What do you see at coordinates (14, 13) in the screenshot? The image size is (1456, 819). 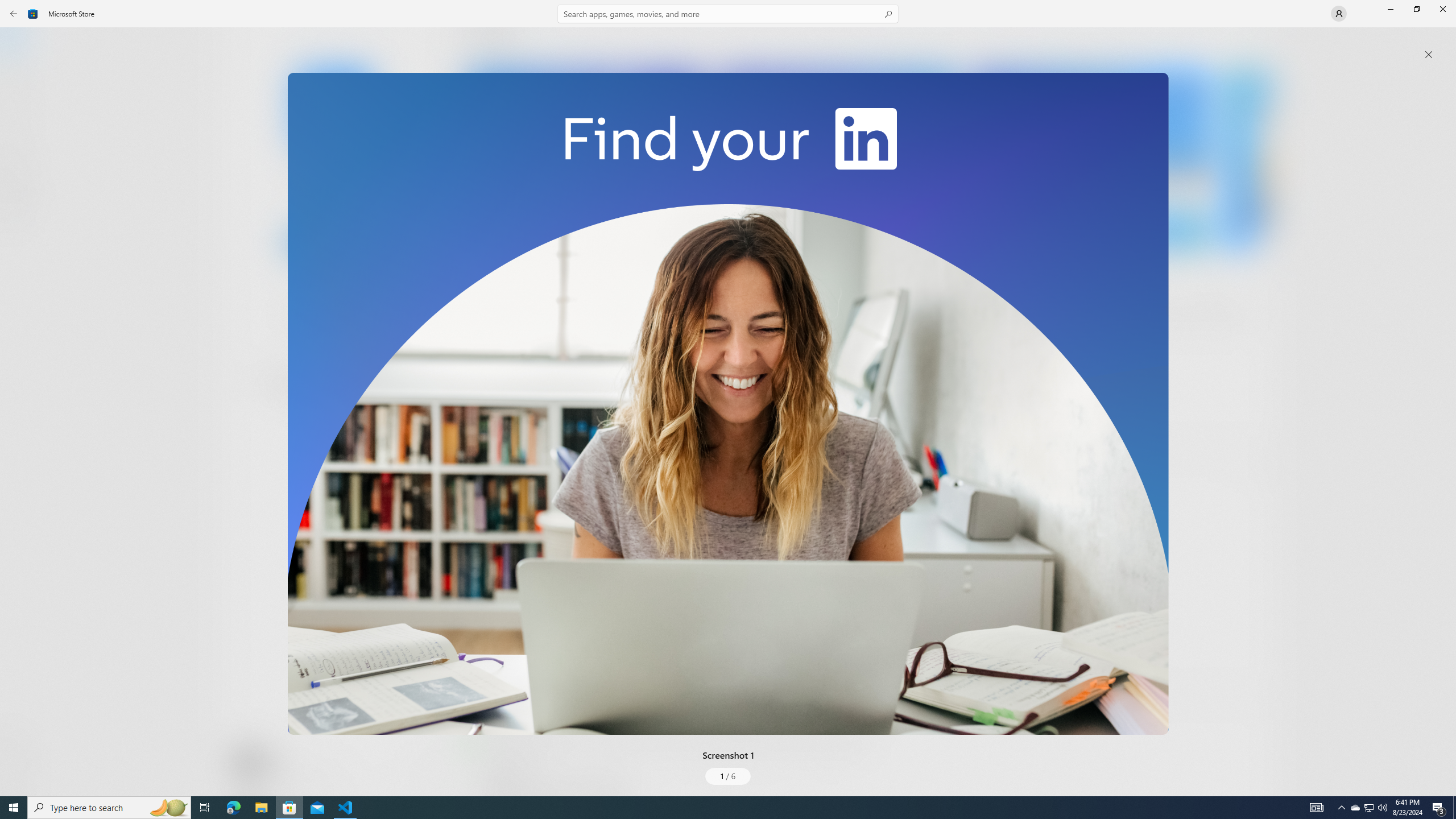 I see `'Back'` at bounding box center [14, 13].